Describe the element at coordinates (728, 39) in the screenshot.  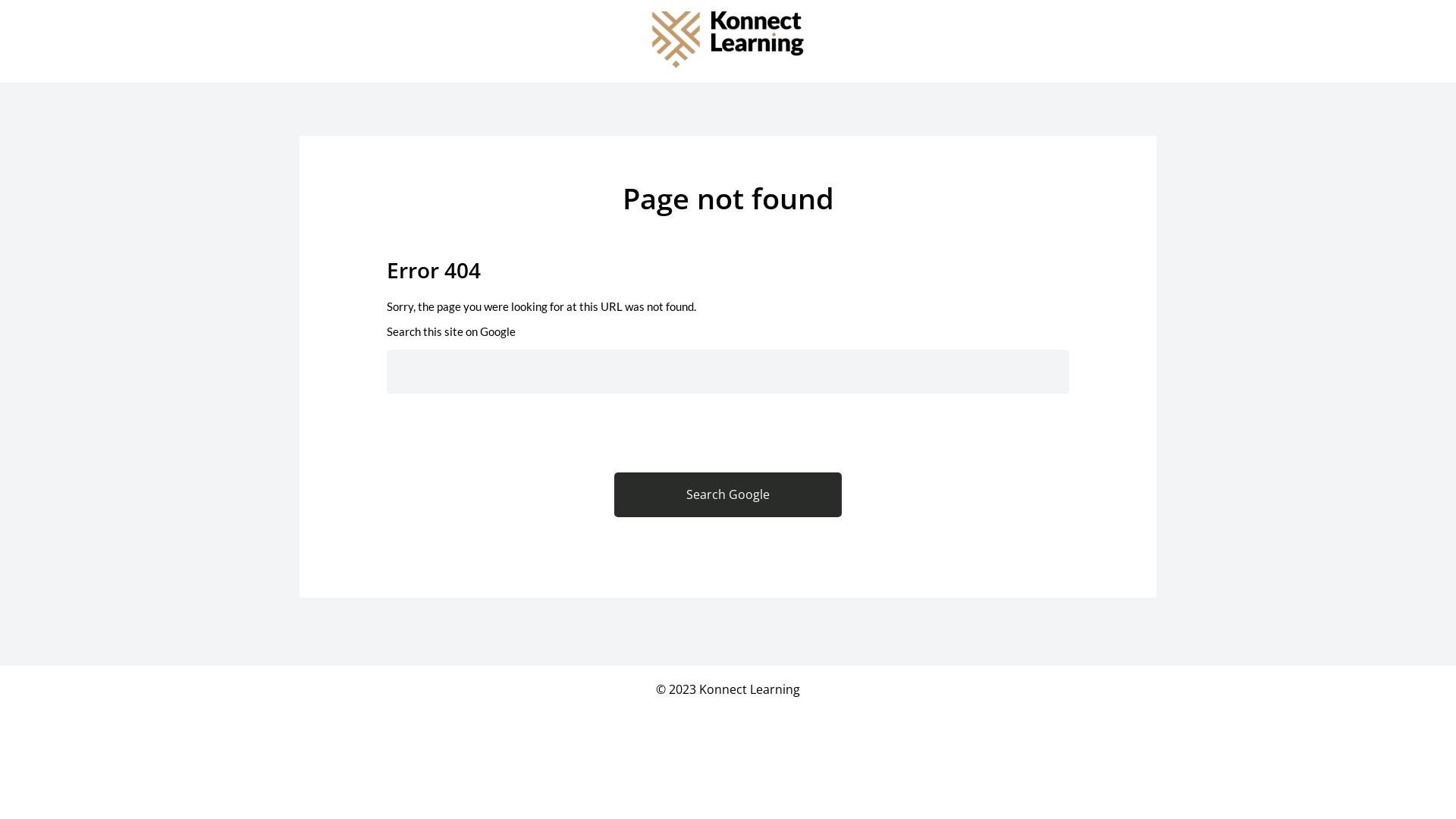
I see `'Konnect_Learning_Logo_Master_RGB'` at that location.